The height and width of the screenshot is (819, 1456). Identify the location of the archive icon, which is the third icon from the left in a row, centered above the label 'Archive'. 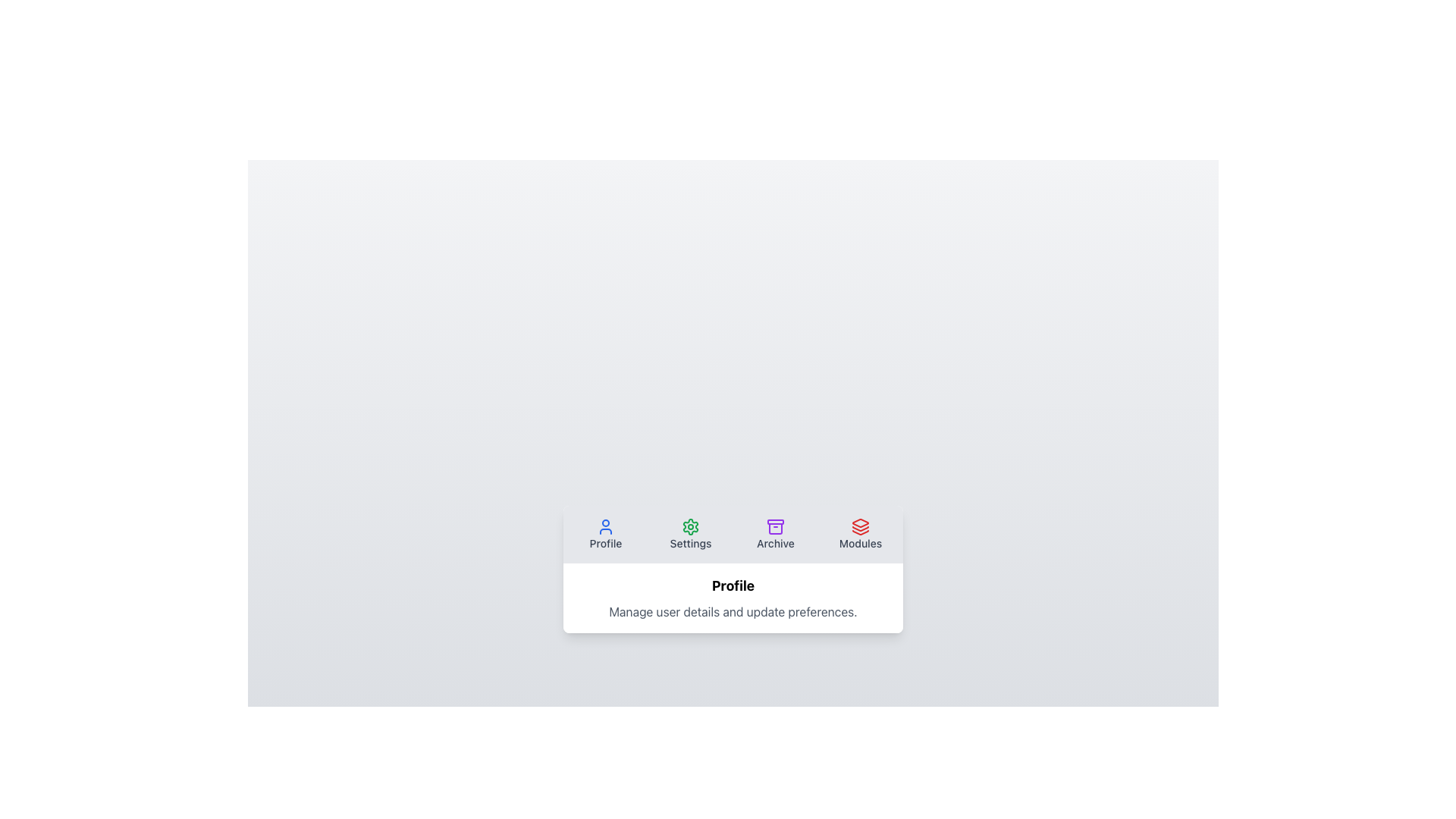
(775, 526).